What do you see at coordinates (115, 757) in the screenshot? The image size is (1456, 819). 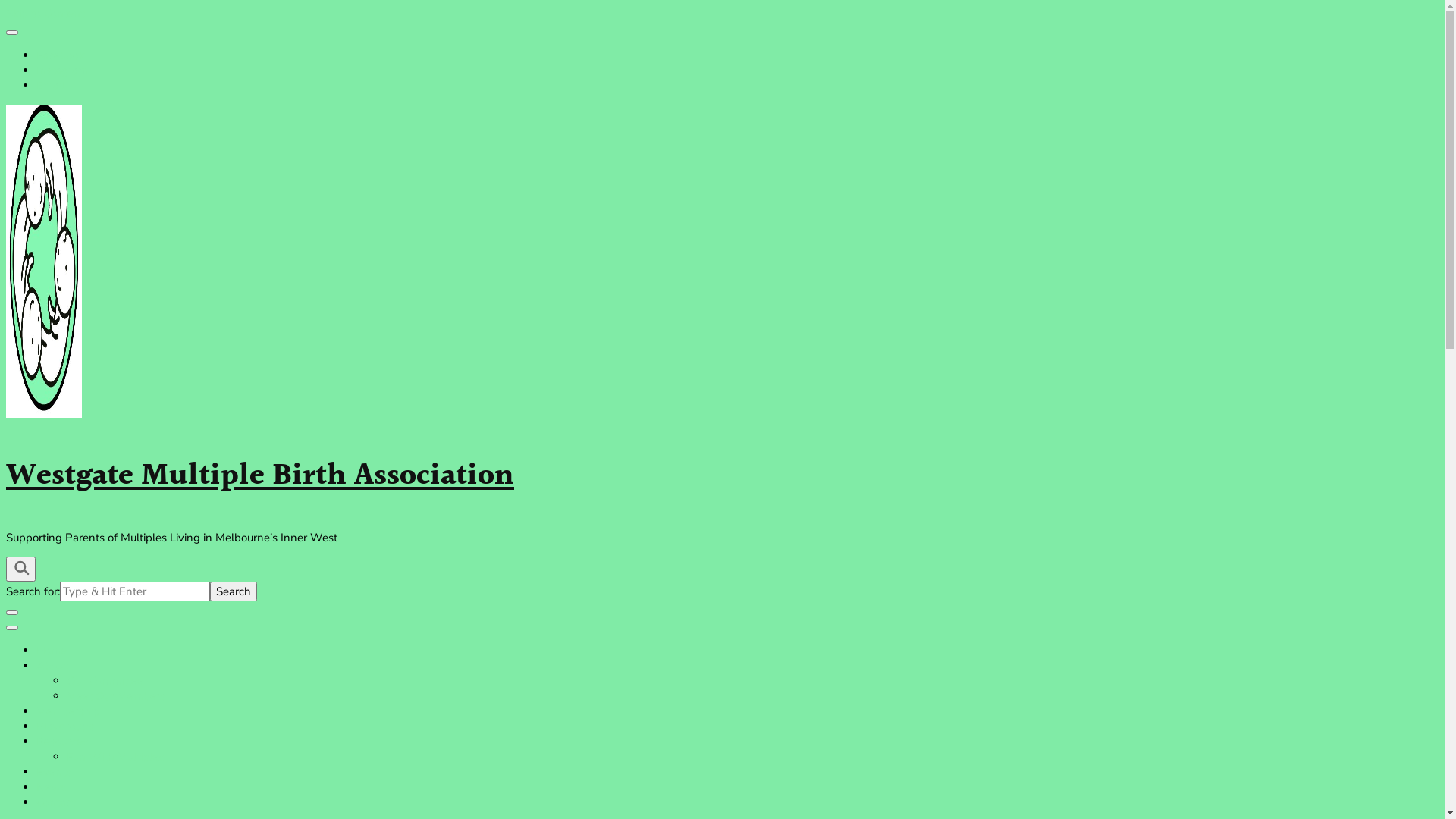 I see `'Fun With Multiples'` at bounding box center [115, 757].